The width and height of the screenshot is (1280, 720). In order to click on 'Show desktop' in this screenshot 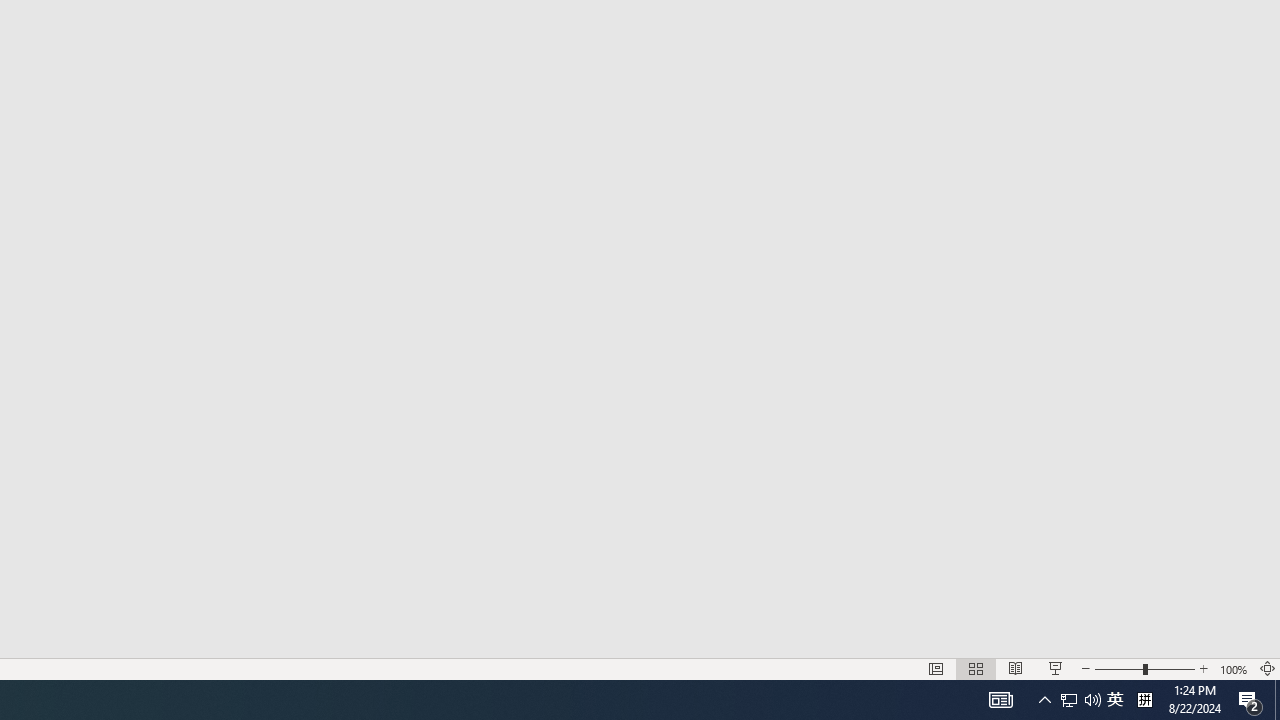, I will do `click(1276, 698)`.